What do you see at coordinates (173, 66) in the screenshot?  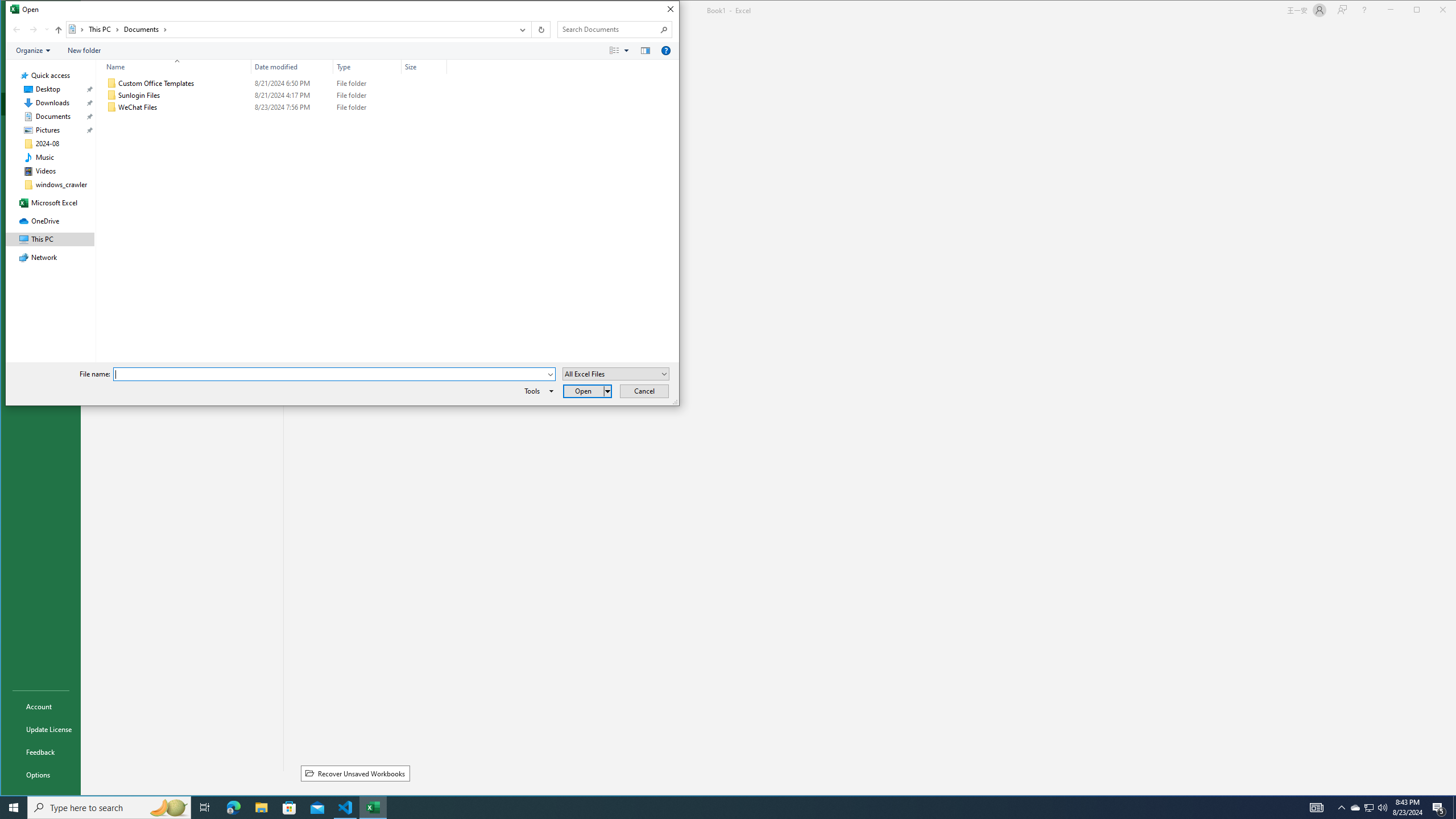 I see `'Name'` at bounding box center [173, 66].